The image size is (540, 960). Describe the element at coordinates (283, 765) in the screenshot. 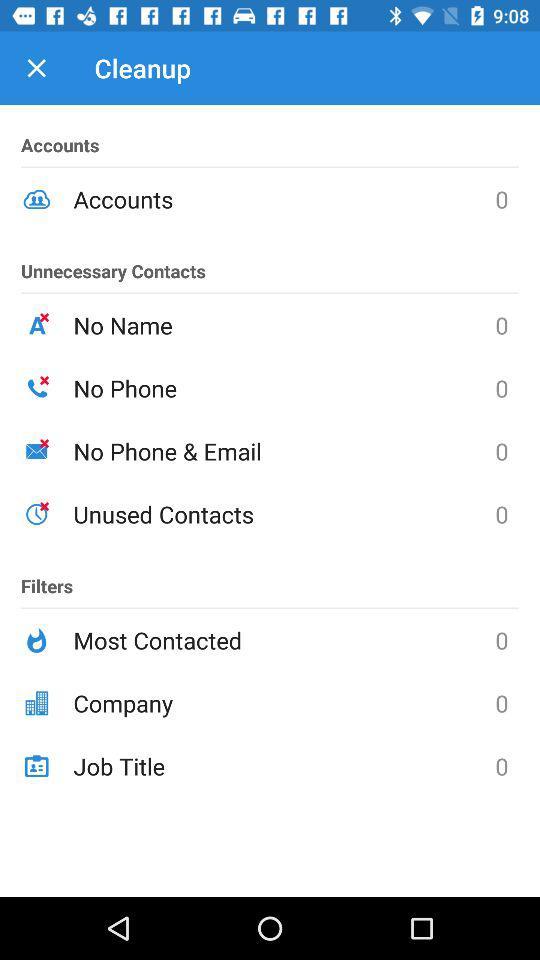

I see `the job title icon` at that location.